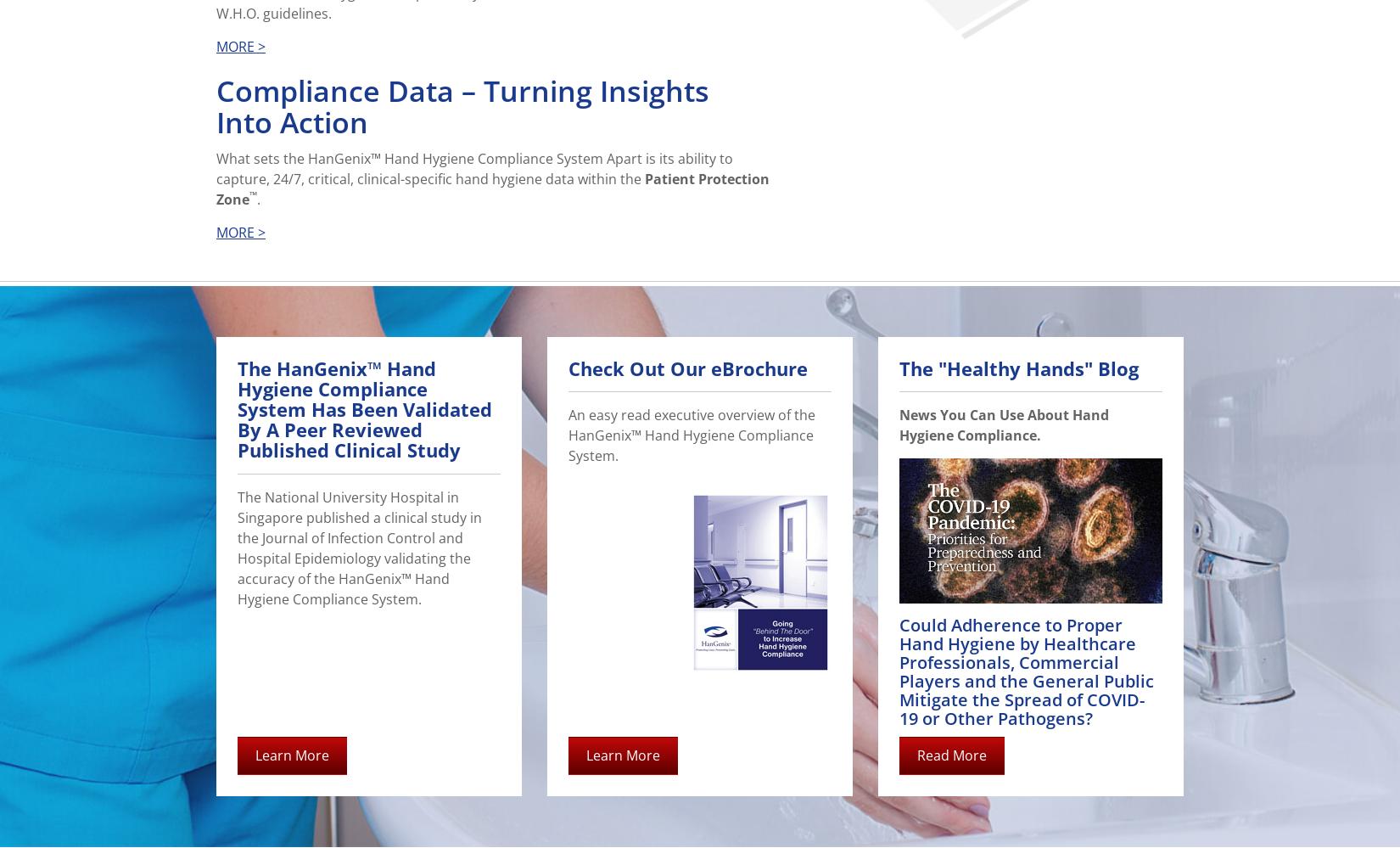 Image resolution: width=1400 pixels, height=848 pixels. Describe the element at coordinates (568, 366) in the screenshot. I see `'Check Out Our eBrochure'` at that location.